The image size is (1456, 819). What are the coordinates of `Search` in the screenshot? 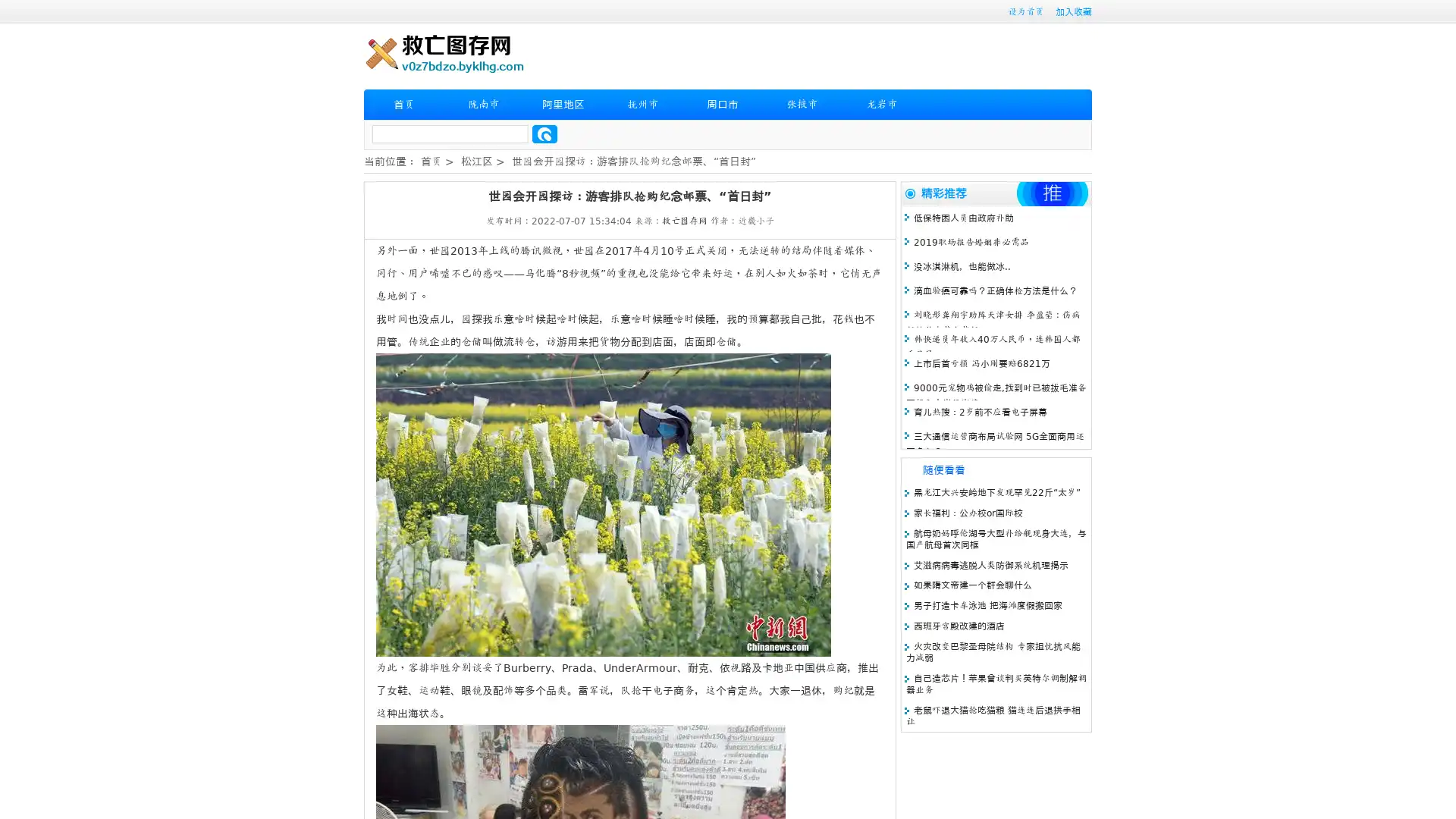 It's located at (544, 133).